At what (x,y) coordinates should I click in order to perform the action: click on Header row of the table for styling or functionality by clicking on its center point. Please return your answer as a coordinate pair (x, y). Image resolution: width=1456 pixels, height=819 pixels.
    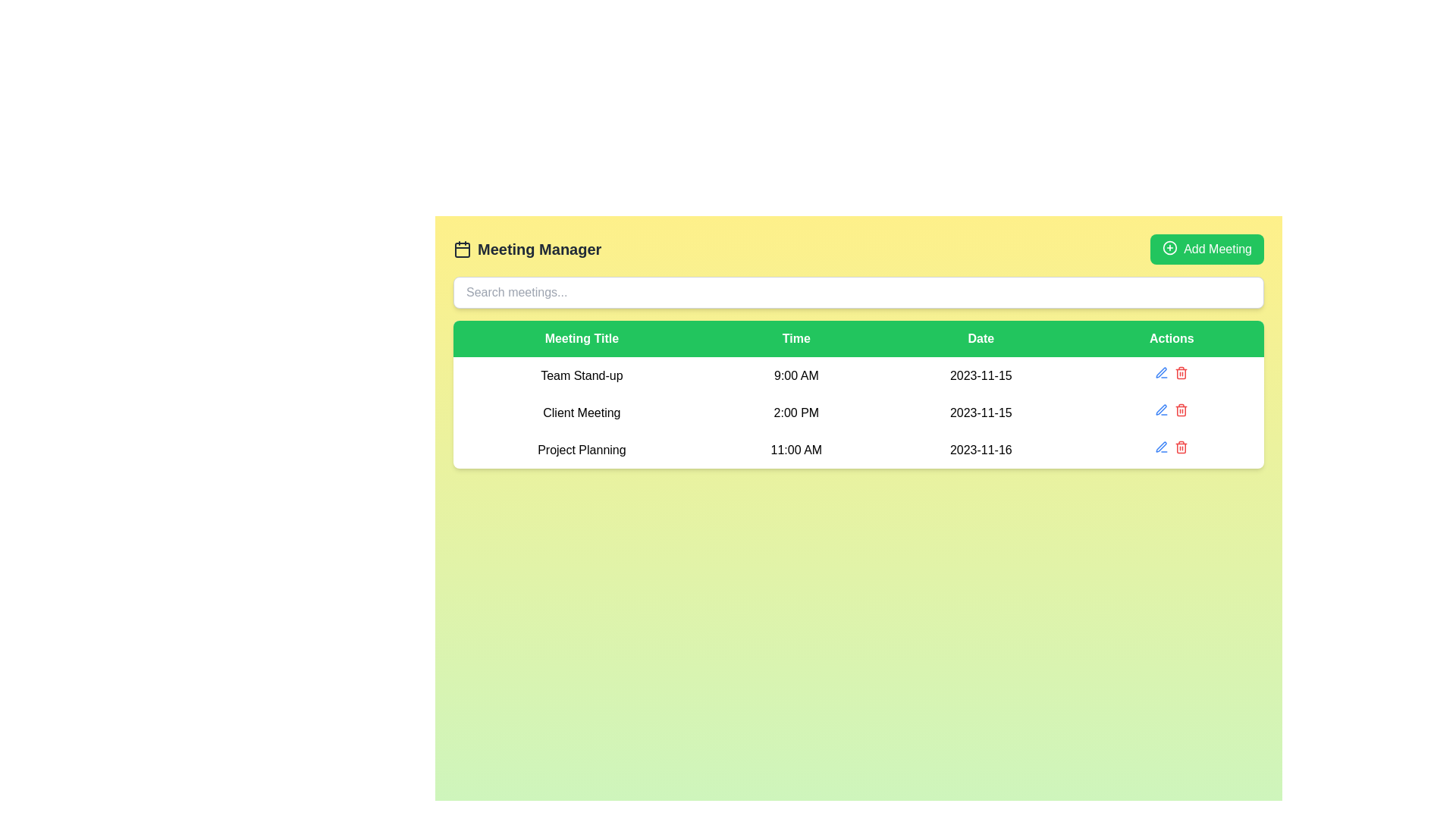
    Looking at the image, I should click on (858, 338).